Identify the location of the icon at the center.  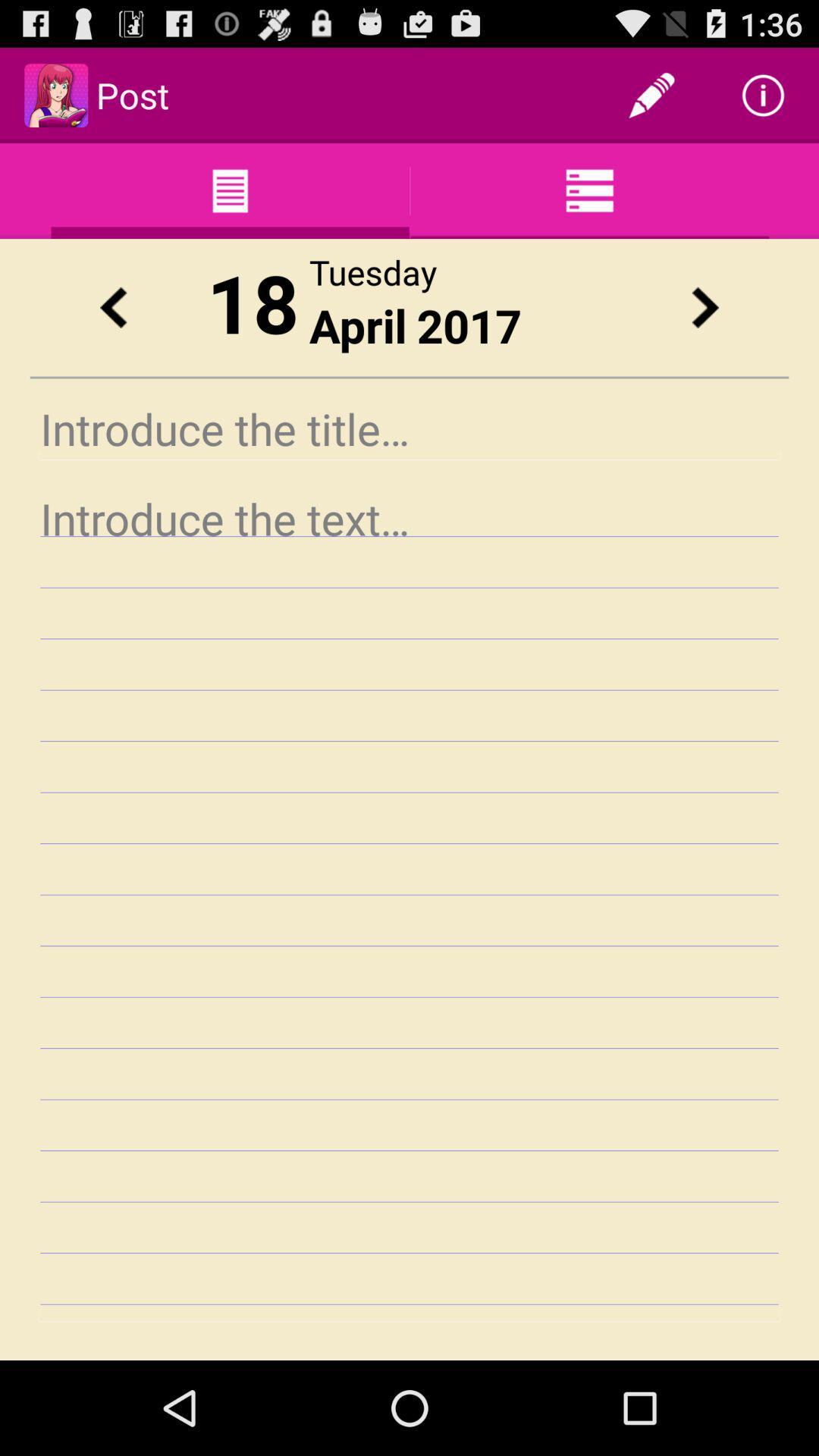
(409, 904).